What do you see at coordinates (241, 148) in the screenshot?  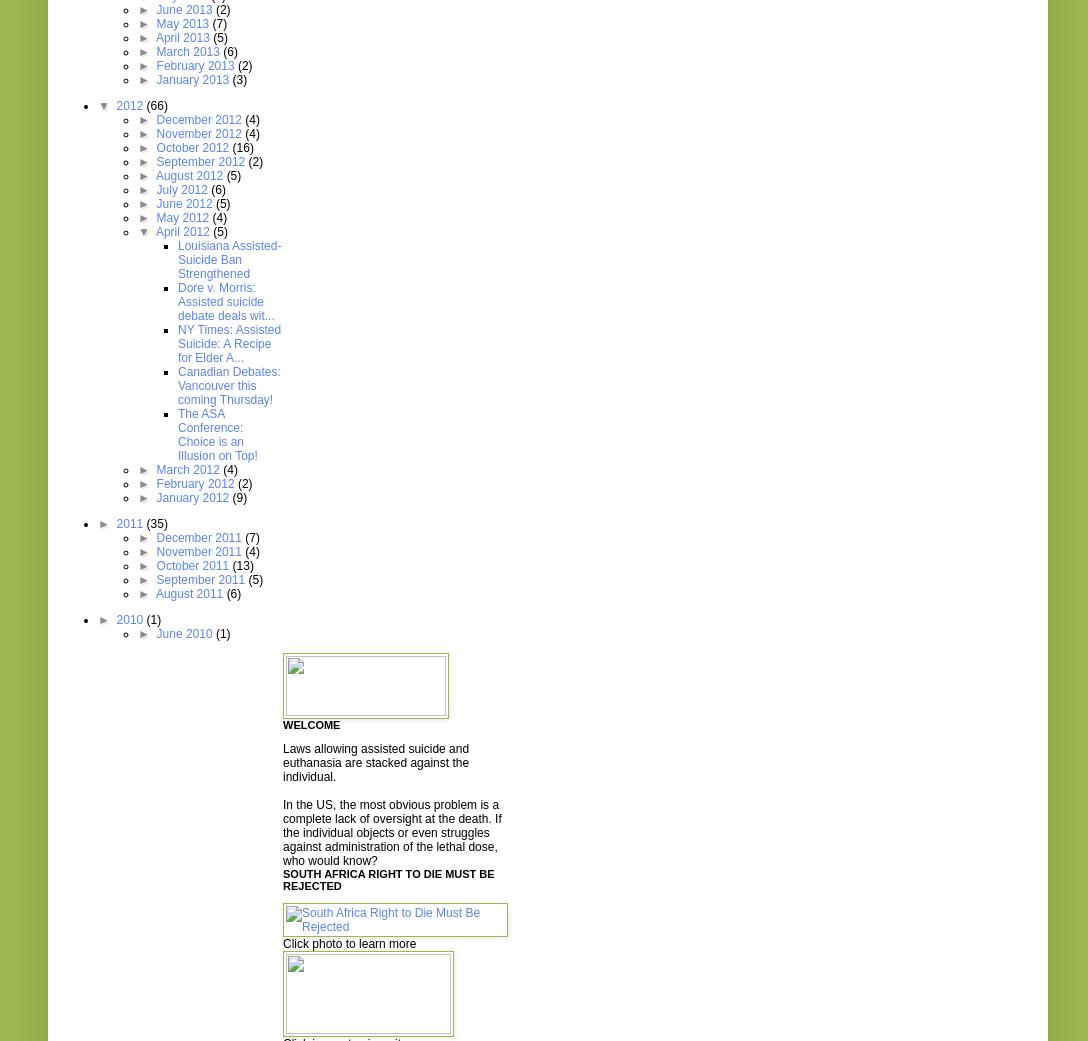 I see `'(16)'` at bounding box center [241, 148].